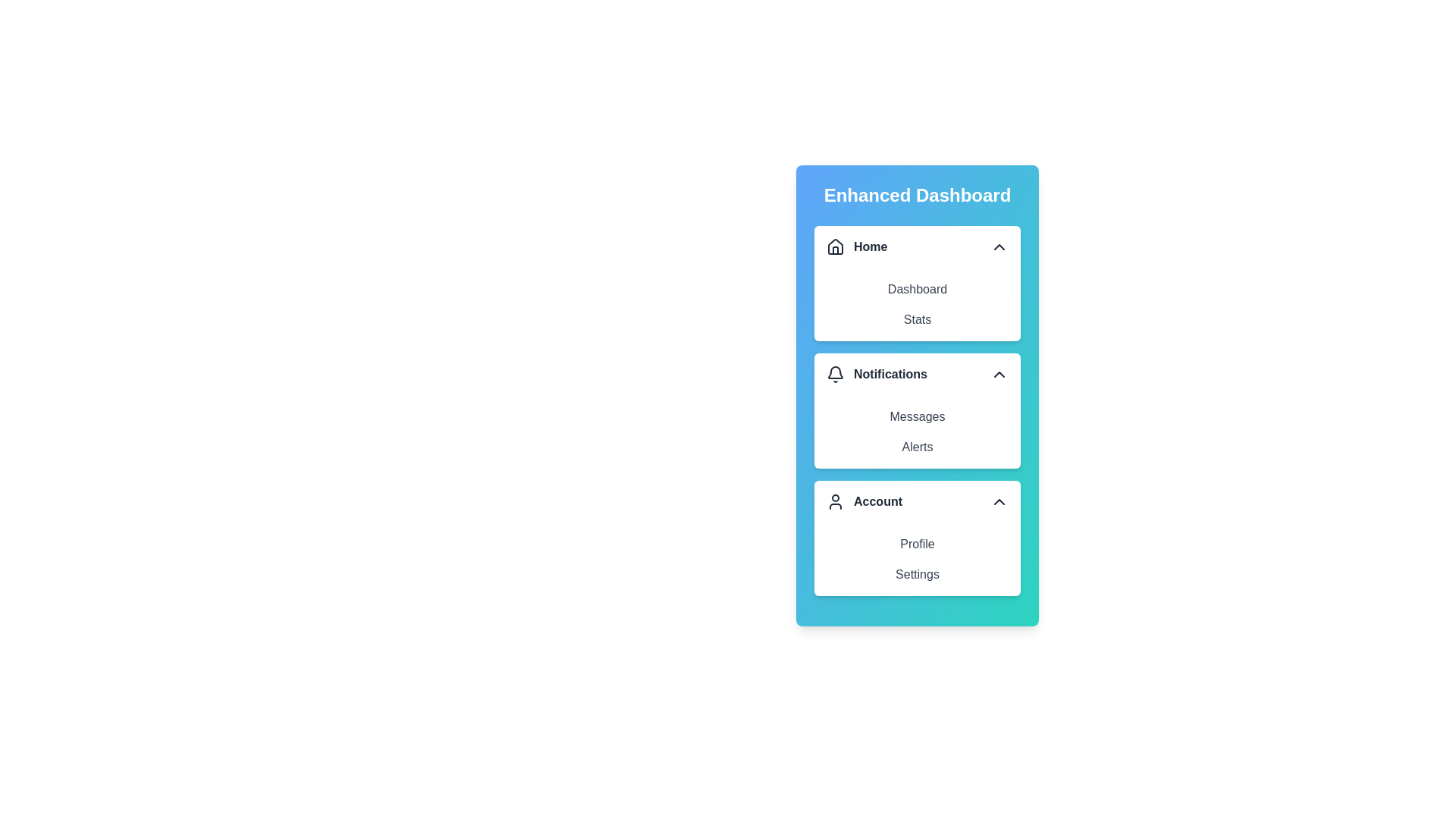 The width and height of the screenshot is (1456, 819). Describe the element at coordinates (916, 318) in the screenshot. I see `the menu item Stats from the expanded section` at that location.